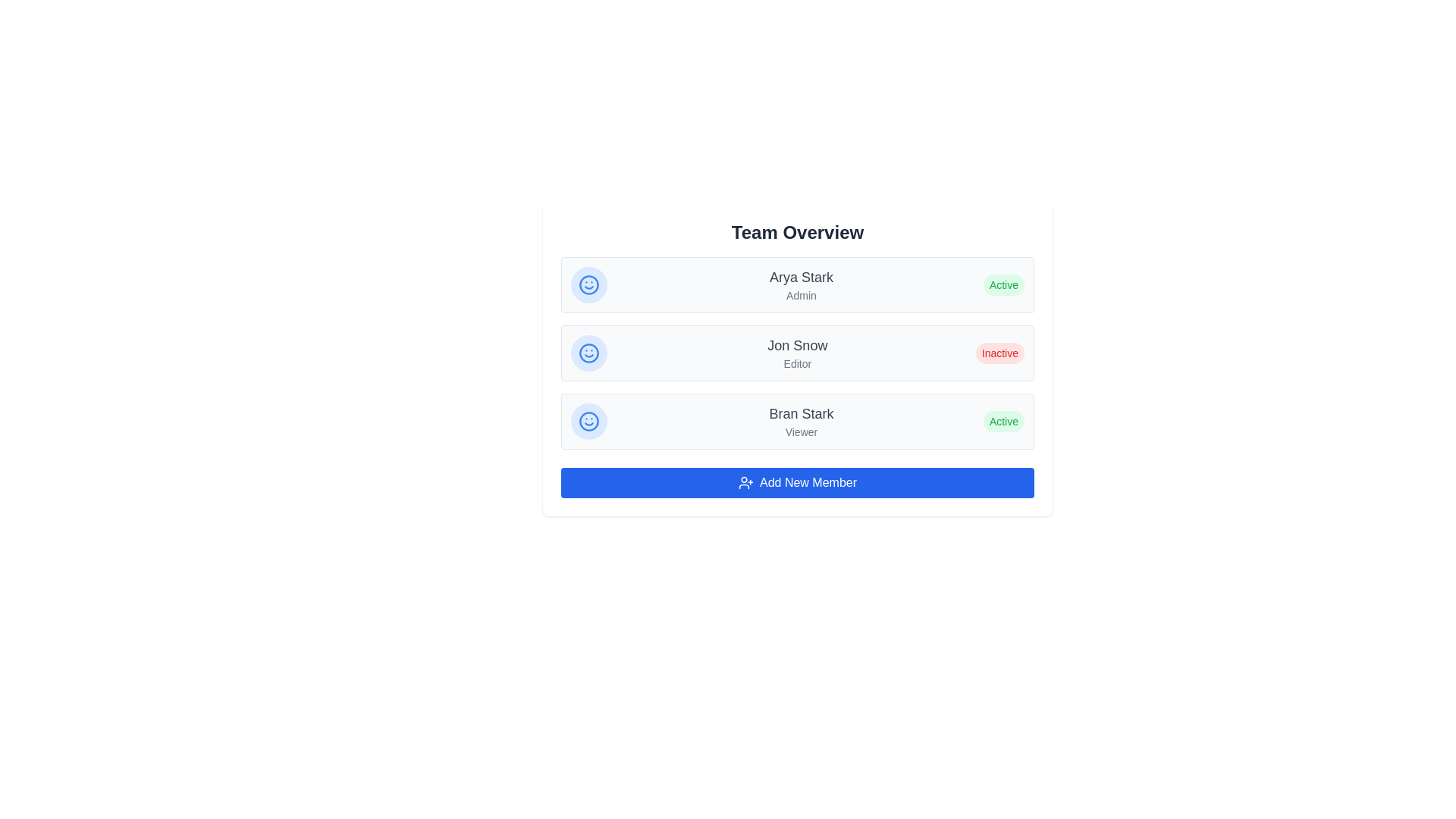  Describe the element at coordinates (796, 353) in the screenshot. I see `the user card representing the second user in the stack, which displays the user's name, role, and status` at that location.